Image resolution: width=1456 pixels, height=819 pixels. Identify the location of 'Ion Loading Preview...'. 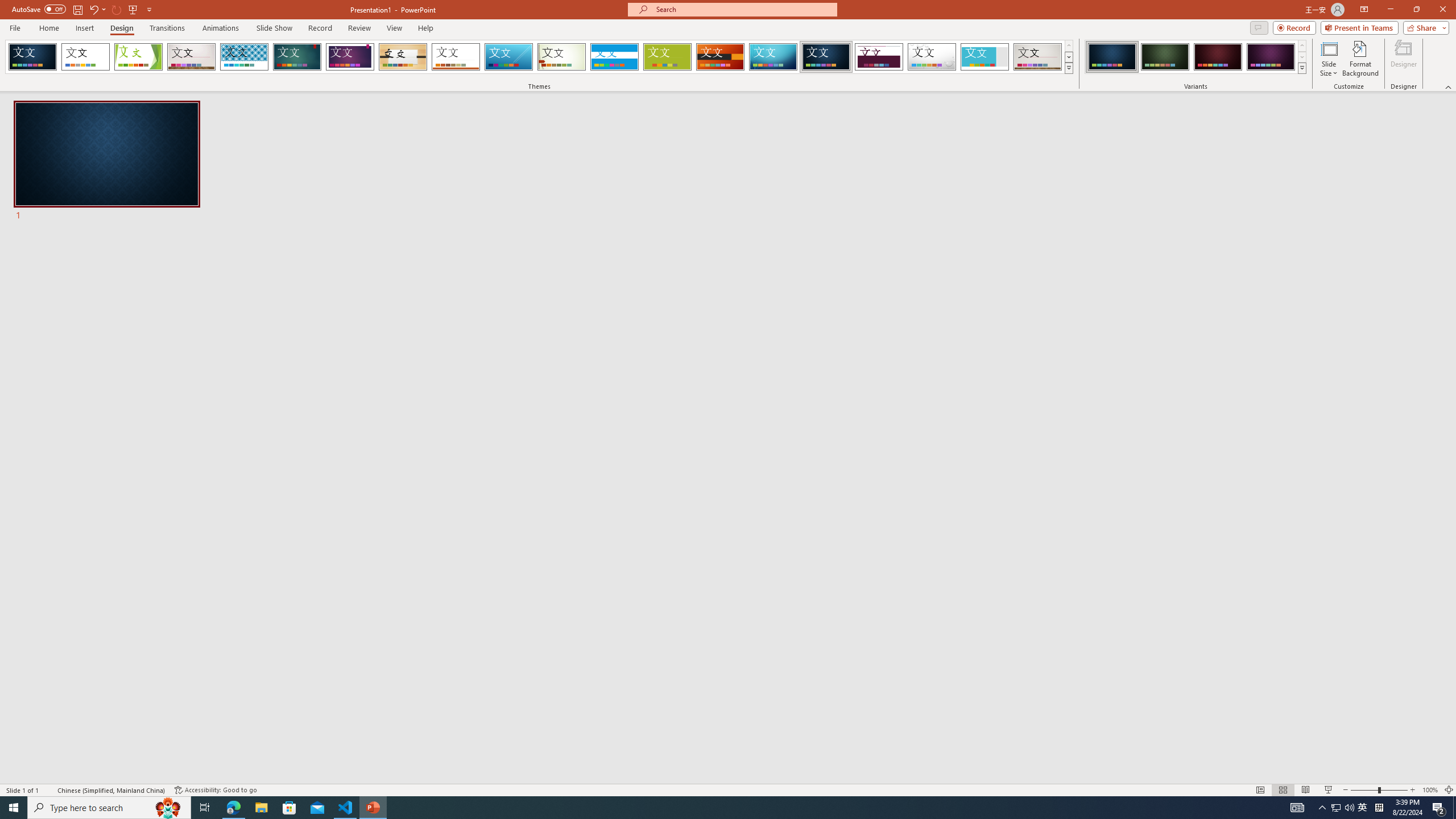
(296, 56).